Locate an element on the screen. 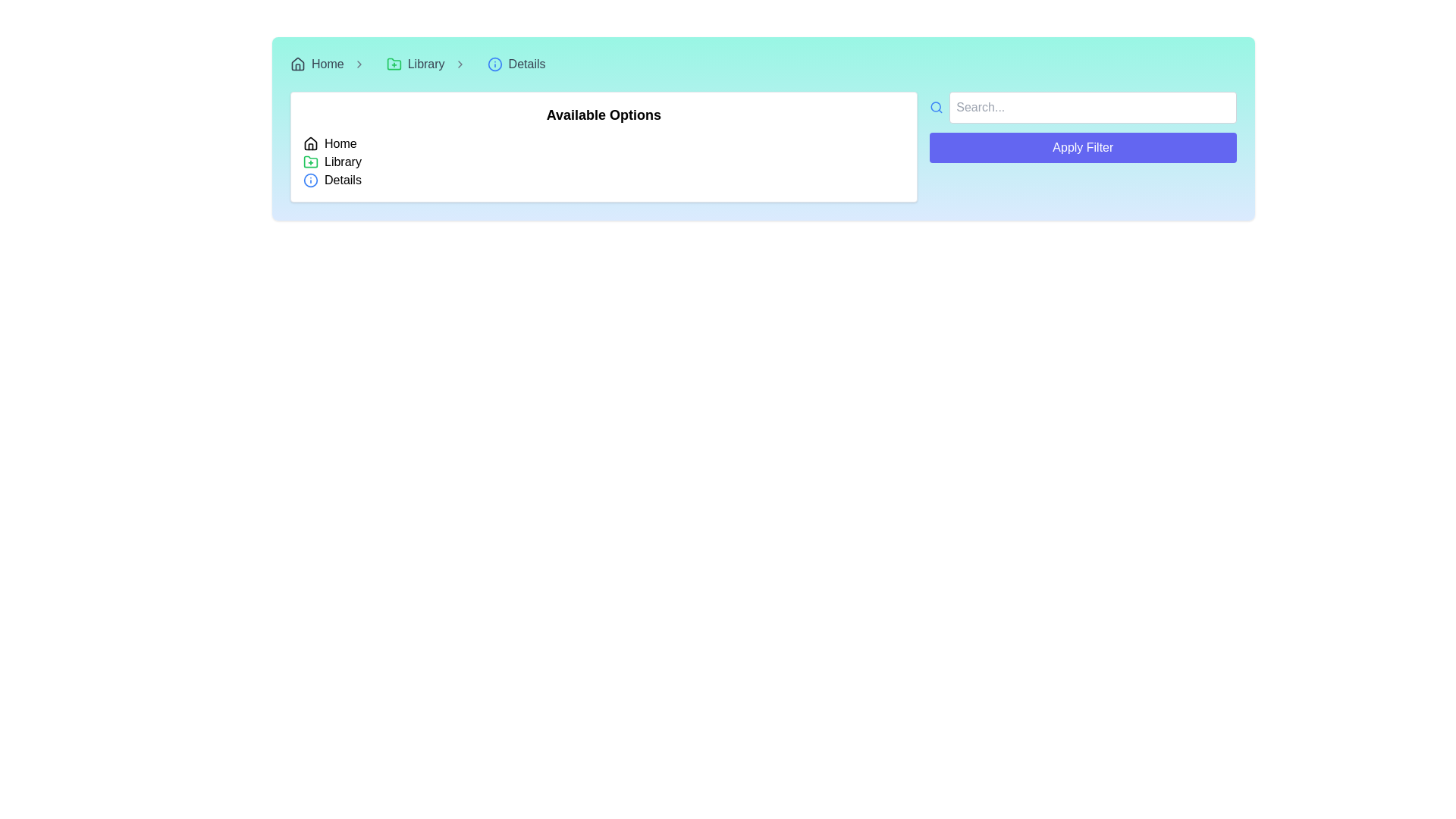 Image resolution: width=1456 pixels, height=819 pixels. the static text label displaying 'Home' in the breadcrumb navigation bar is located at coordinates (340, 143).